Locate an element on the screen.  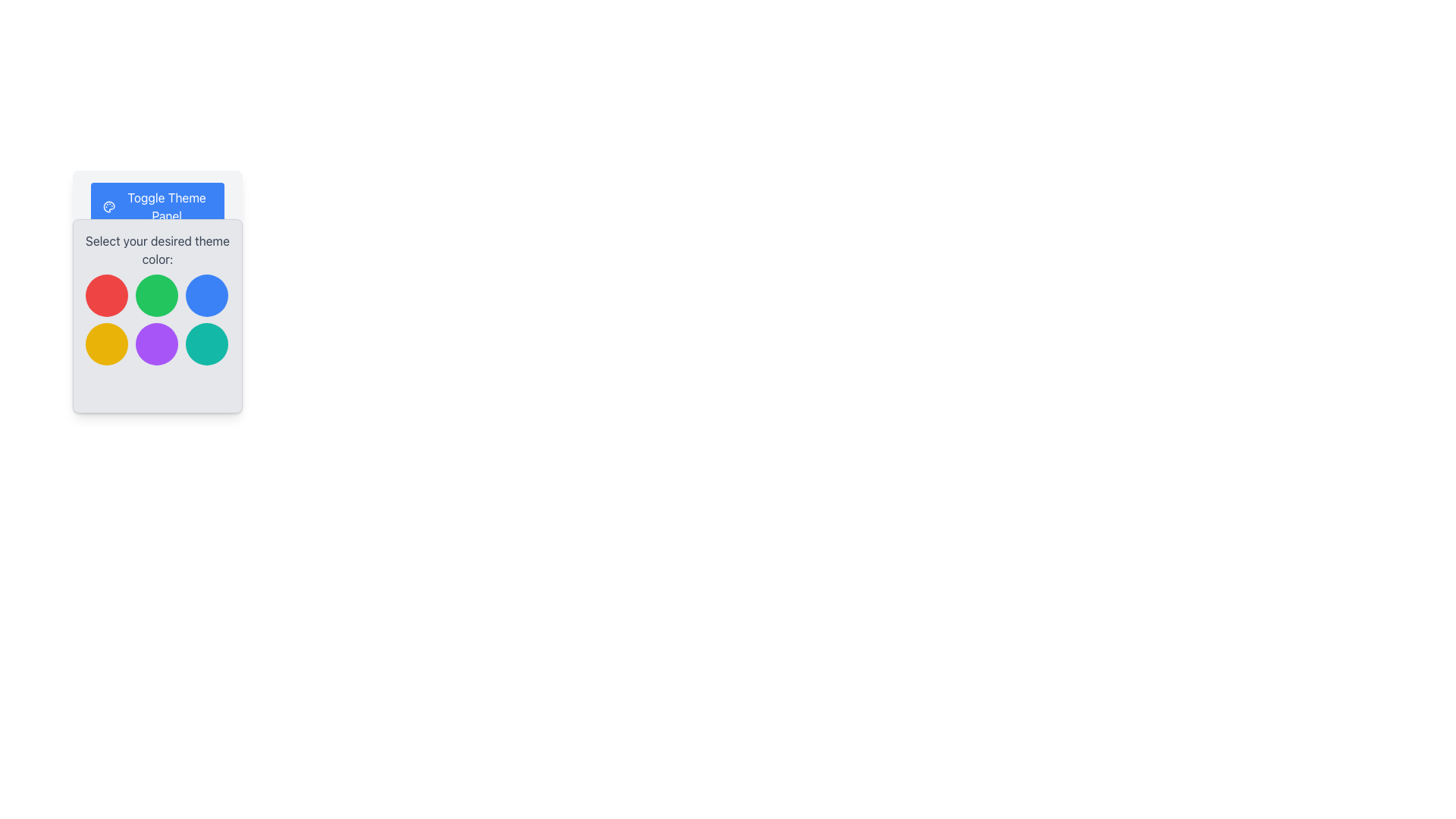
the circular palette icon located within the SVG structure to the left of the 'Toggle Theme Panel' text label, which is part of the theme switching functionality is located at coordinates (108, 207).